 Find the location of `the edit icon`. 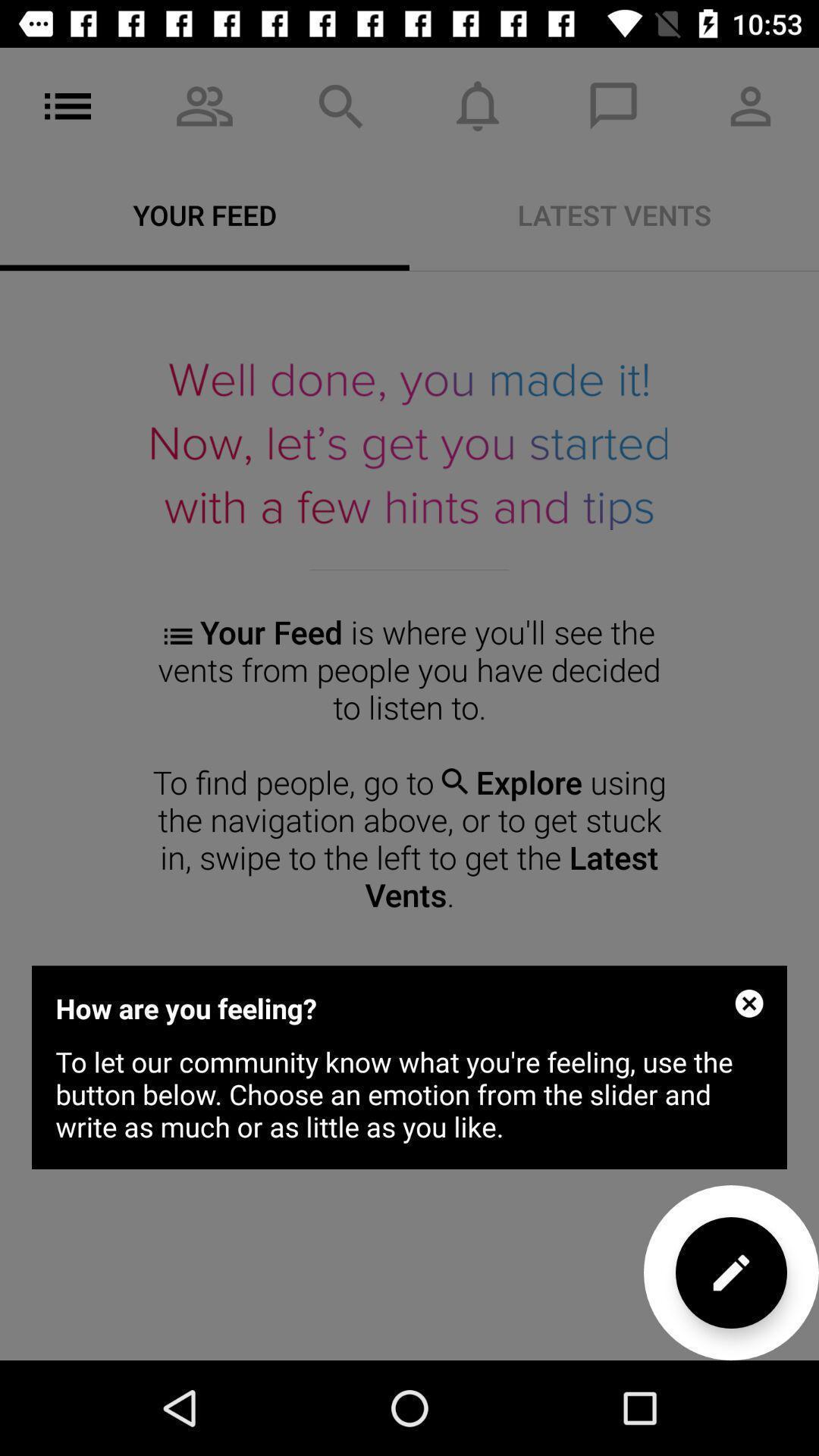

the edit icon is located at coordinates (730, 1272).